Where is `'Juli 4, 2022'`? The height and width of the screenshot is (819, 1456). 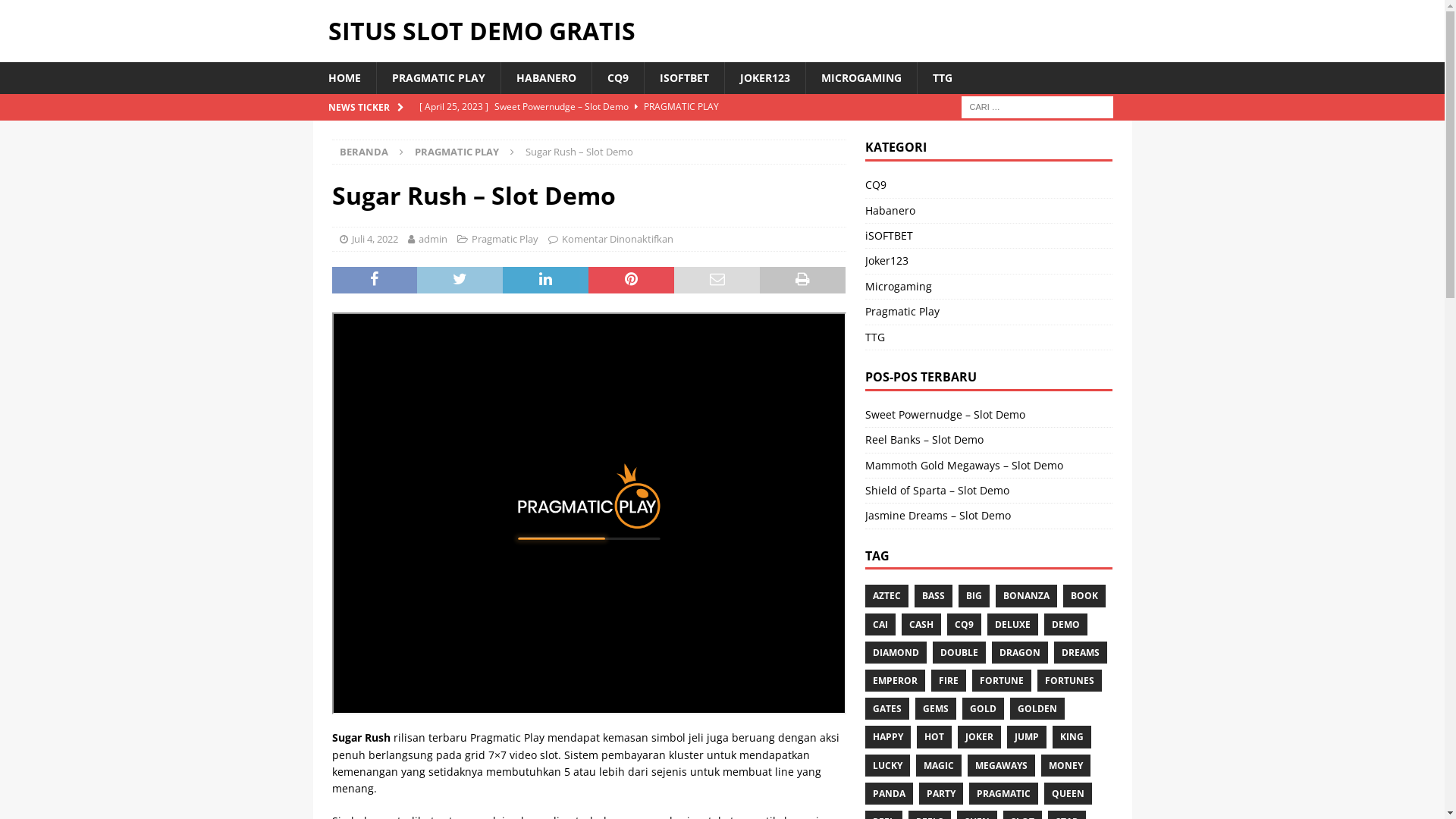
'Juli 4, 2022' is located at coordinates (375, 239).